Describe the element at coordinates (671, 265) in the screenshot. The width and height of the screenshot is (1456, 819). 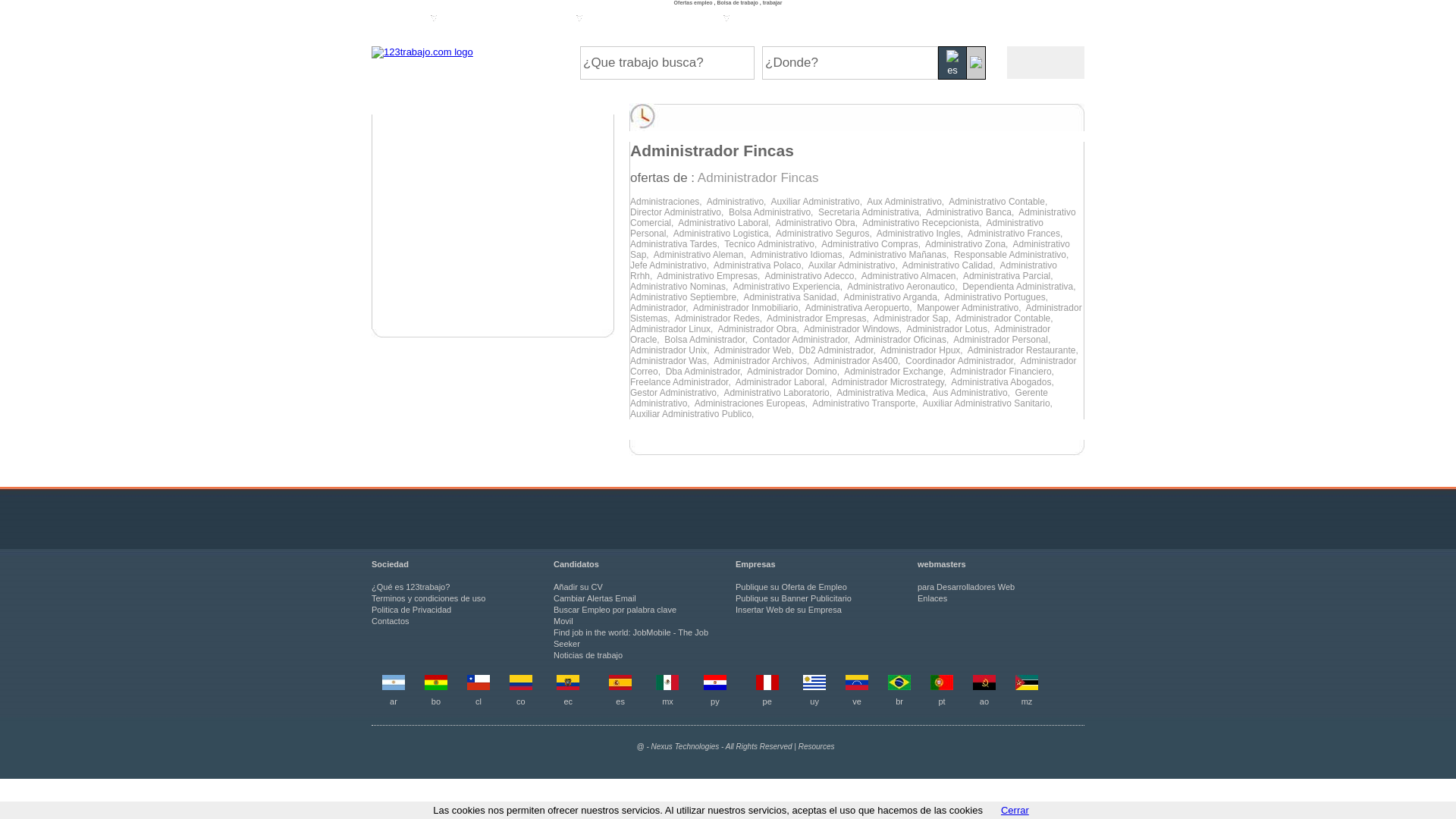
I see `'Jefe Administrativo, '` at that location.